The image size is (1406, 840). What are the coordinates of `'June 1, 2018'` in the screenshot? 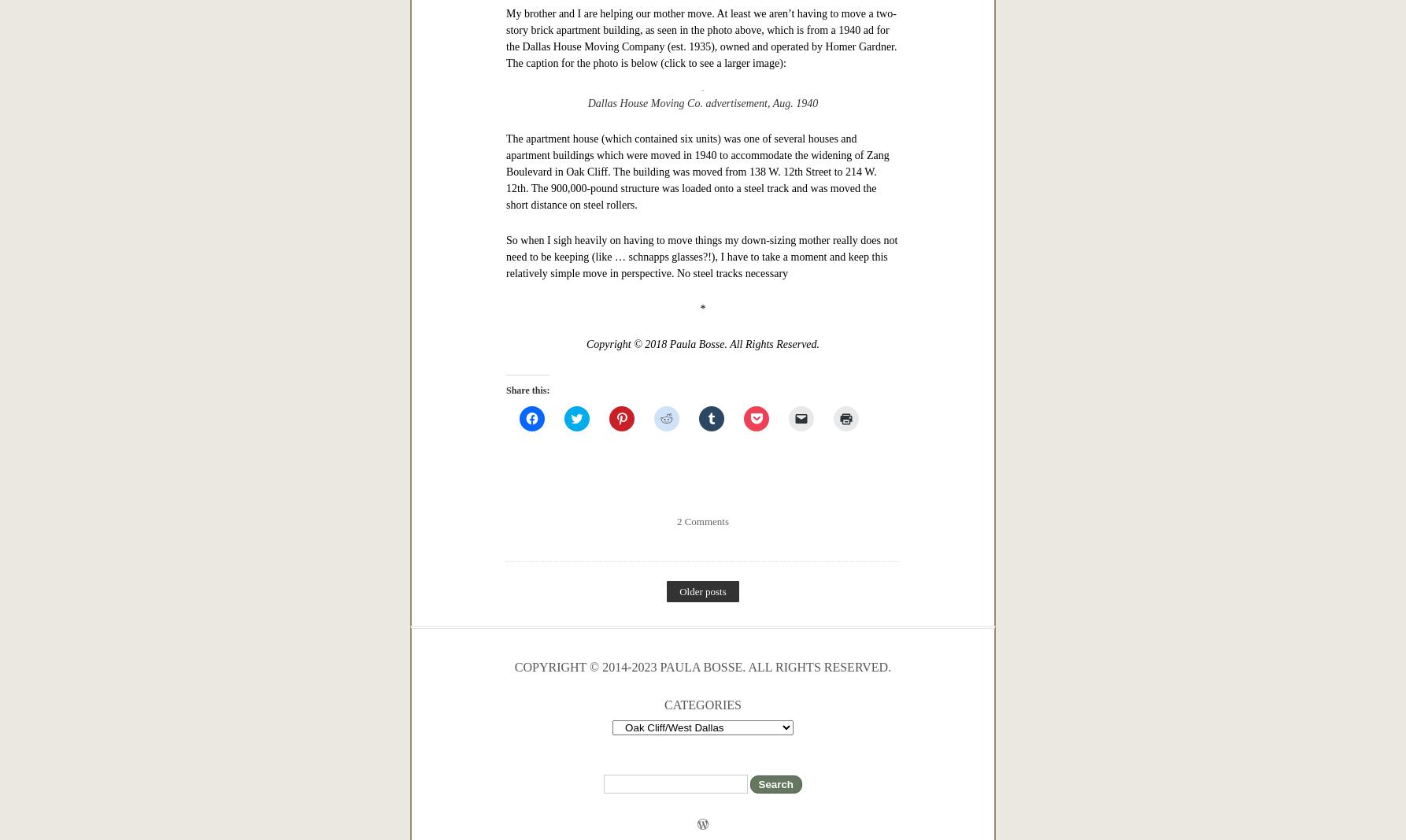 It's located at (674, 339).